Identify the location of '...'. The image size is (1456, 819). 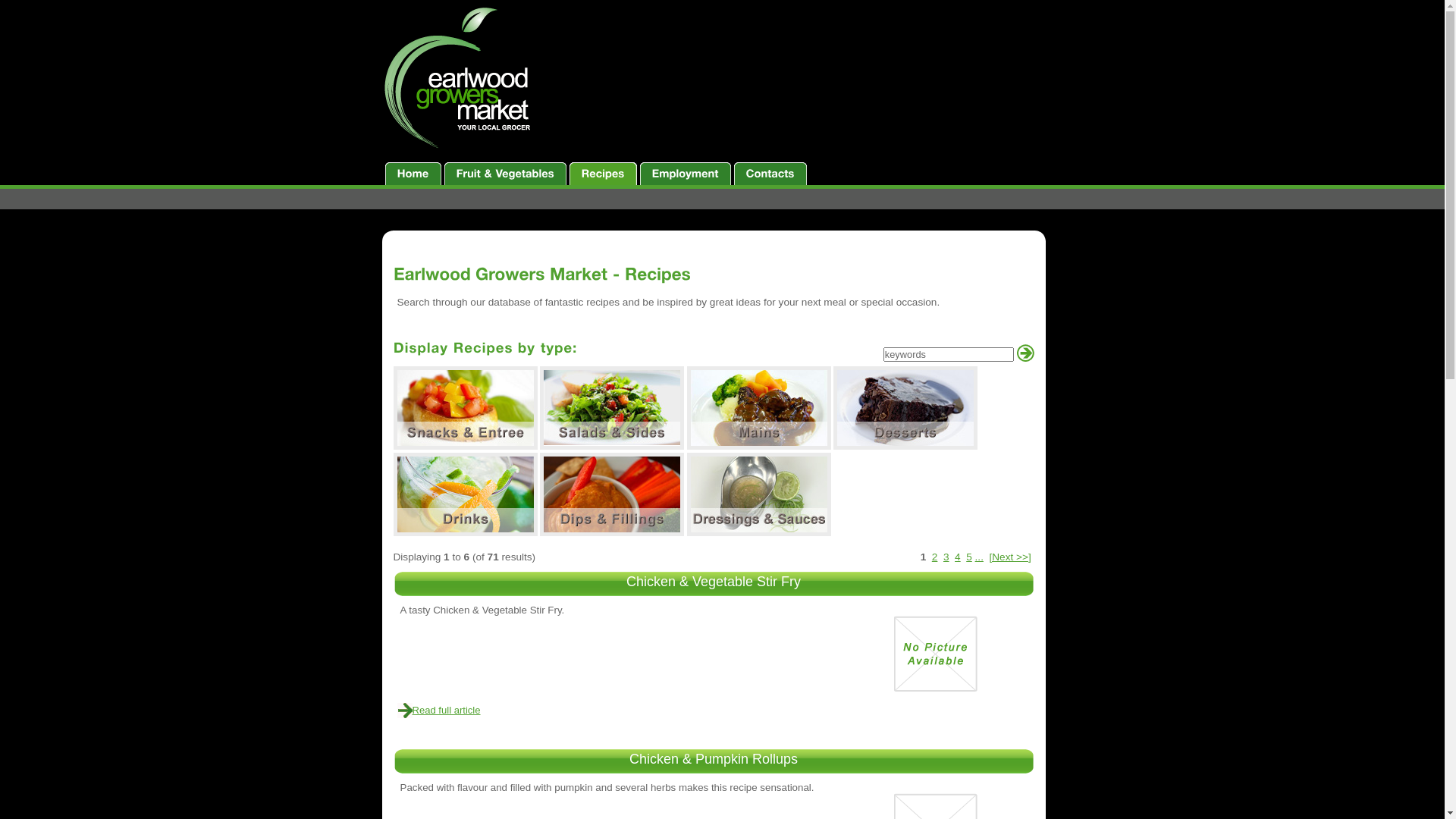
(979, 557).